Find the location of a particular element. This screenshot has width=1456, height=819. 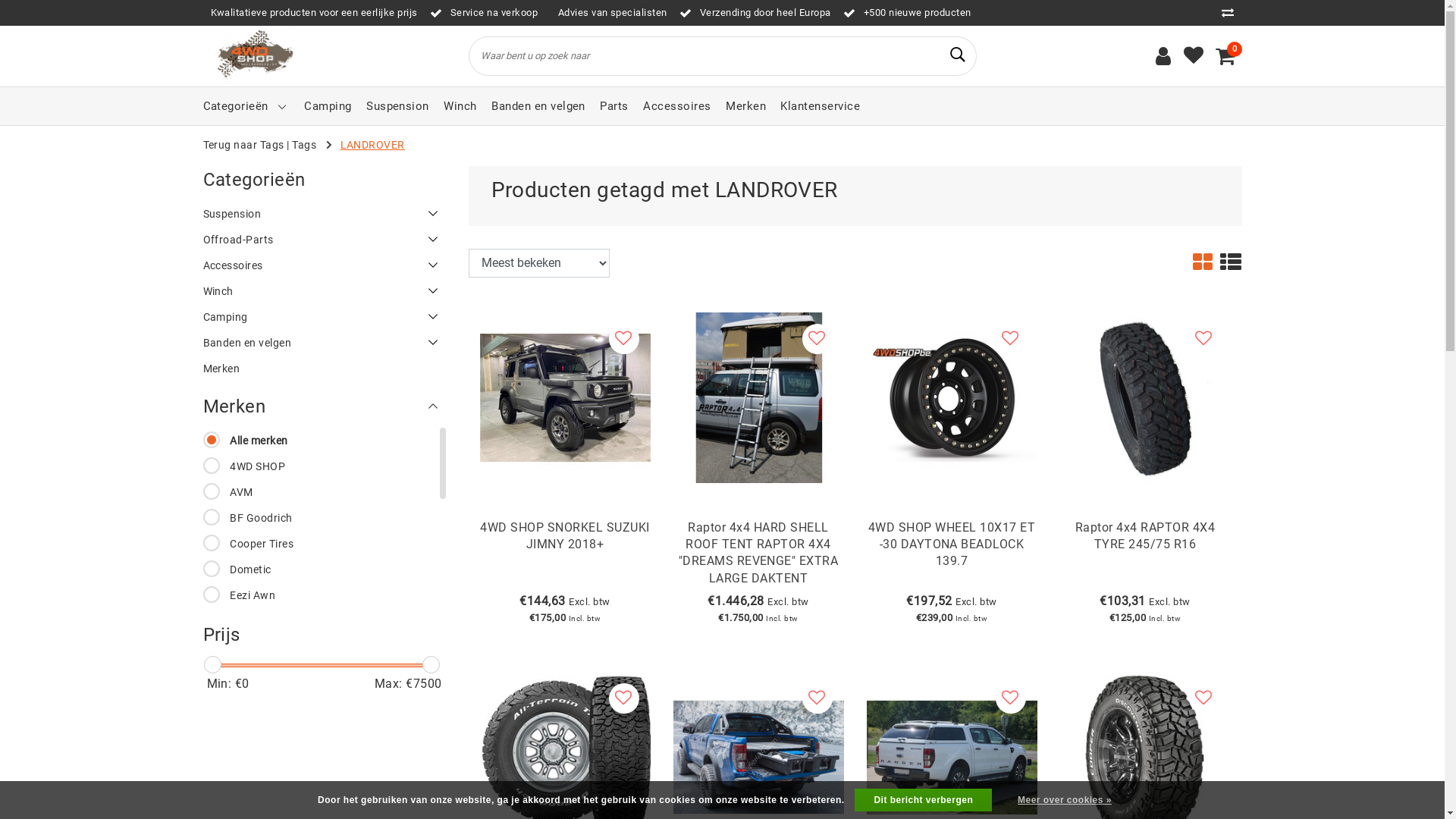

'+500 nieuwe producten' is located at coordinates (907, 12).